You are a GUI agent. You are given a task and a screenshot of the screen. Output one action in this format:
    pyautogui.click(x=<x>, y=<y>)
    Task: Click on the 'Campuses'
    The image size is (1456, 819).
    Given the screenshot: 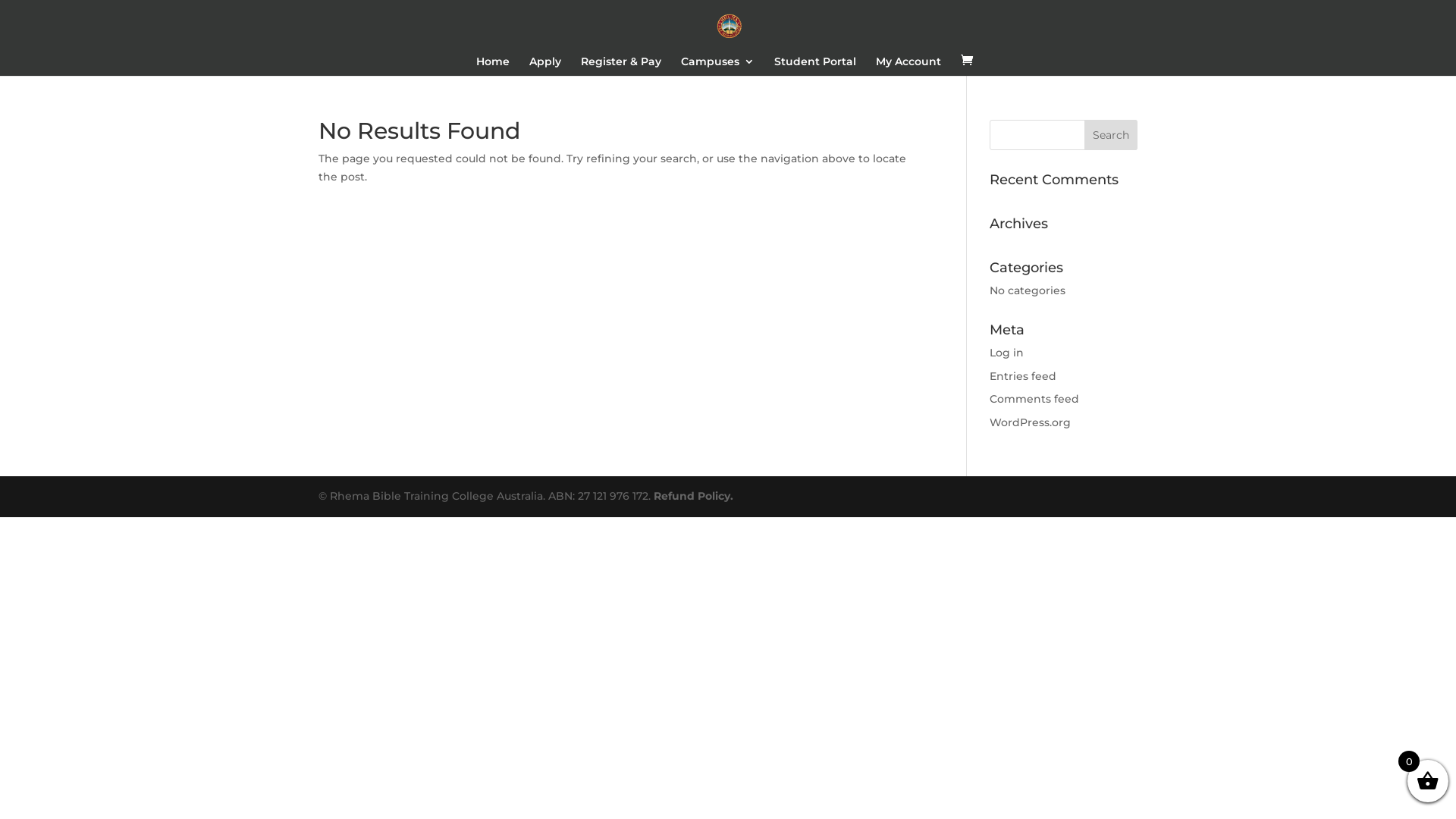 What is the action you would take?
    pyautogui.click(x=679, y=65)
    